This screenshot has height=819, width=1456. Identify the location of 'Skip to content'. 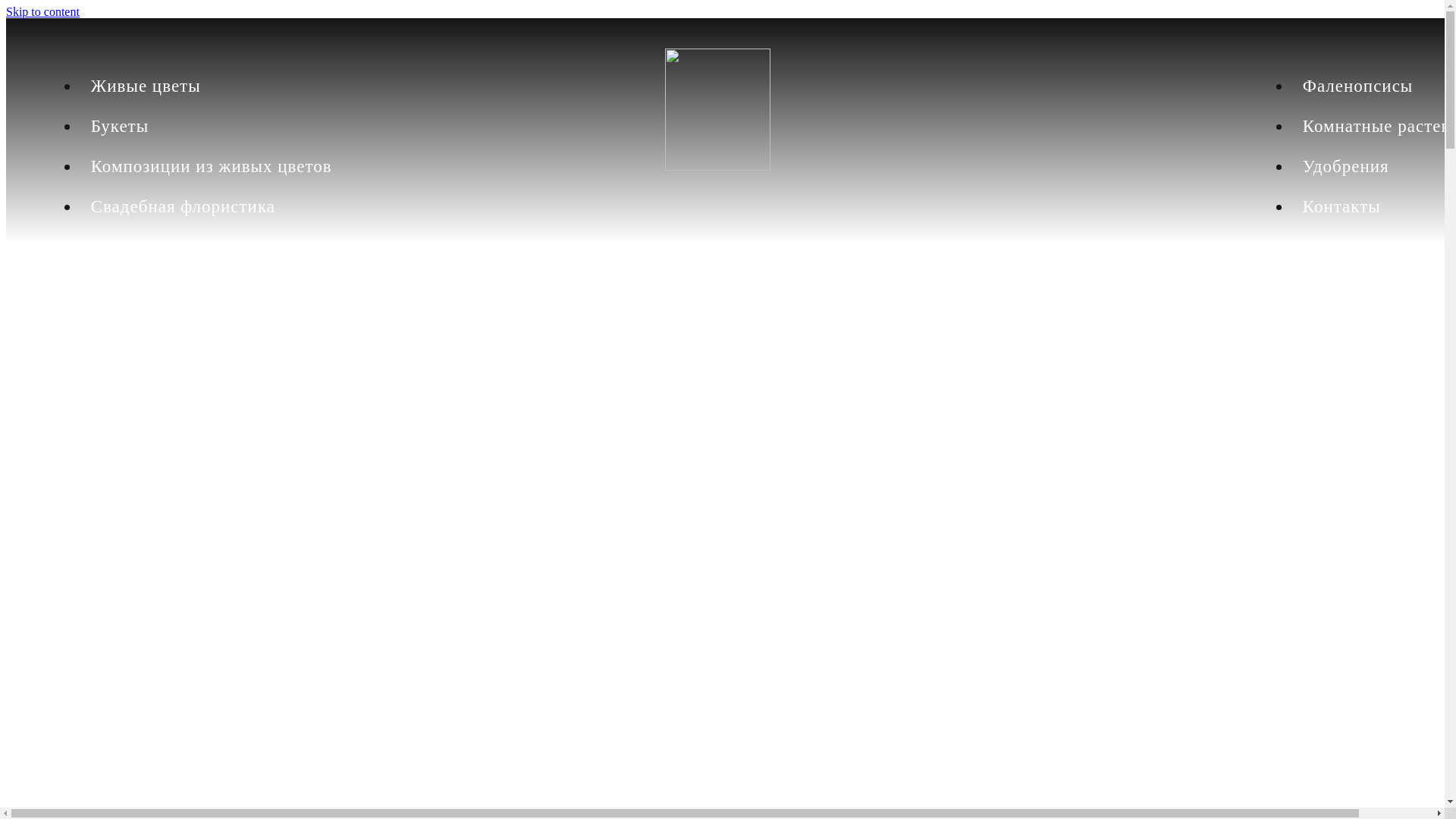
(42, 11).